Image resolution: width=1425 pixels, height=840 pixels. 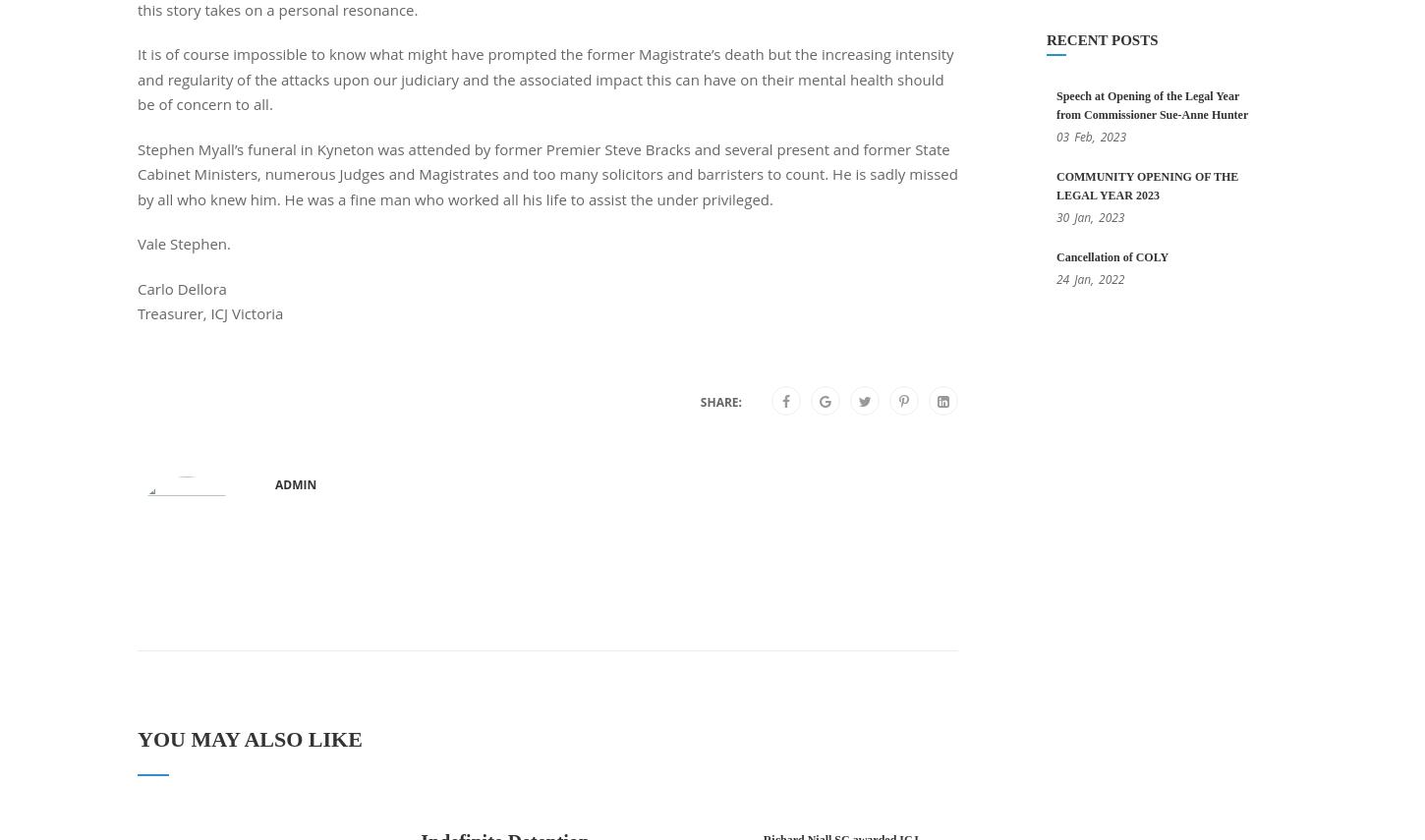 I want to click on 'COMMUNITY OPENING OF THE LEGAL YEAR 2023', so click(x=1146, y=185).